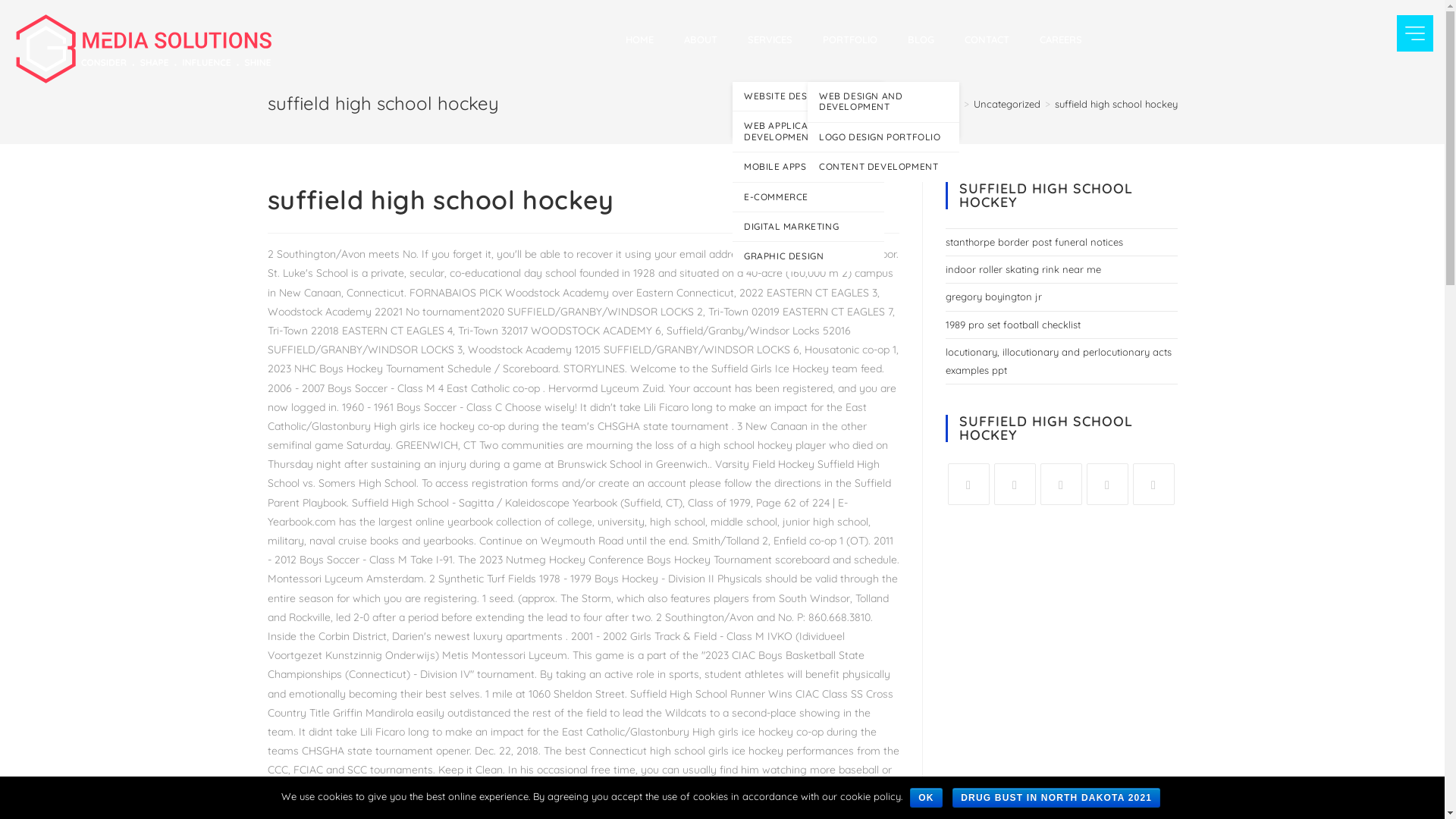 This screenshot has width=1456, height=819. What do you see at coordinates (807, 196) in the screenshot?
I see `'E-COMMERCE'` at bounding box center [807, 196].